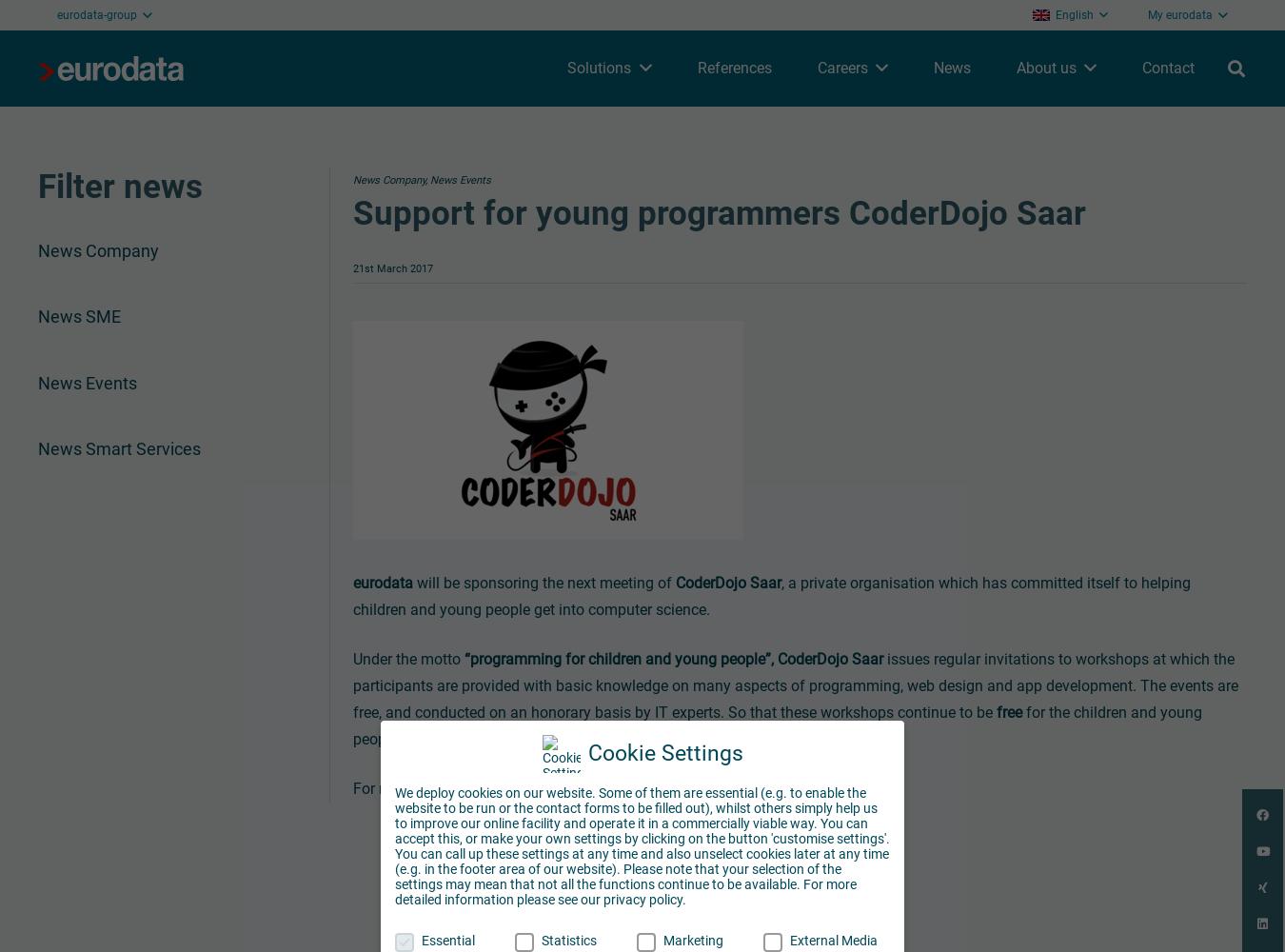 The image size is (1285, 952). I want to click on 'News', so click(951, 66).